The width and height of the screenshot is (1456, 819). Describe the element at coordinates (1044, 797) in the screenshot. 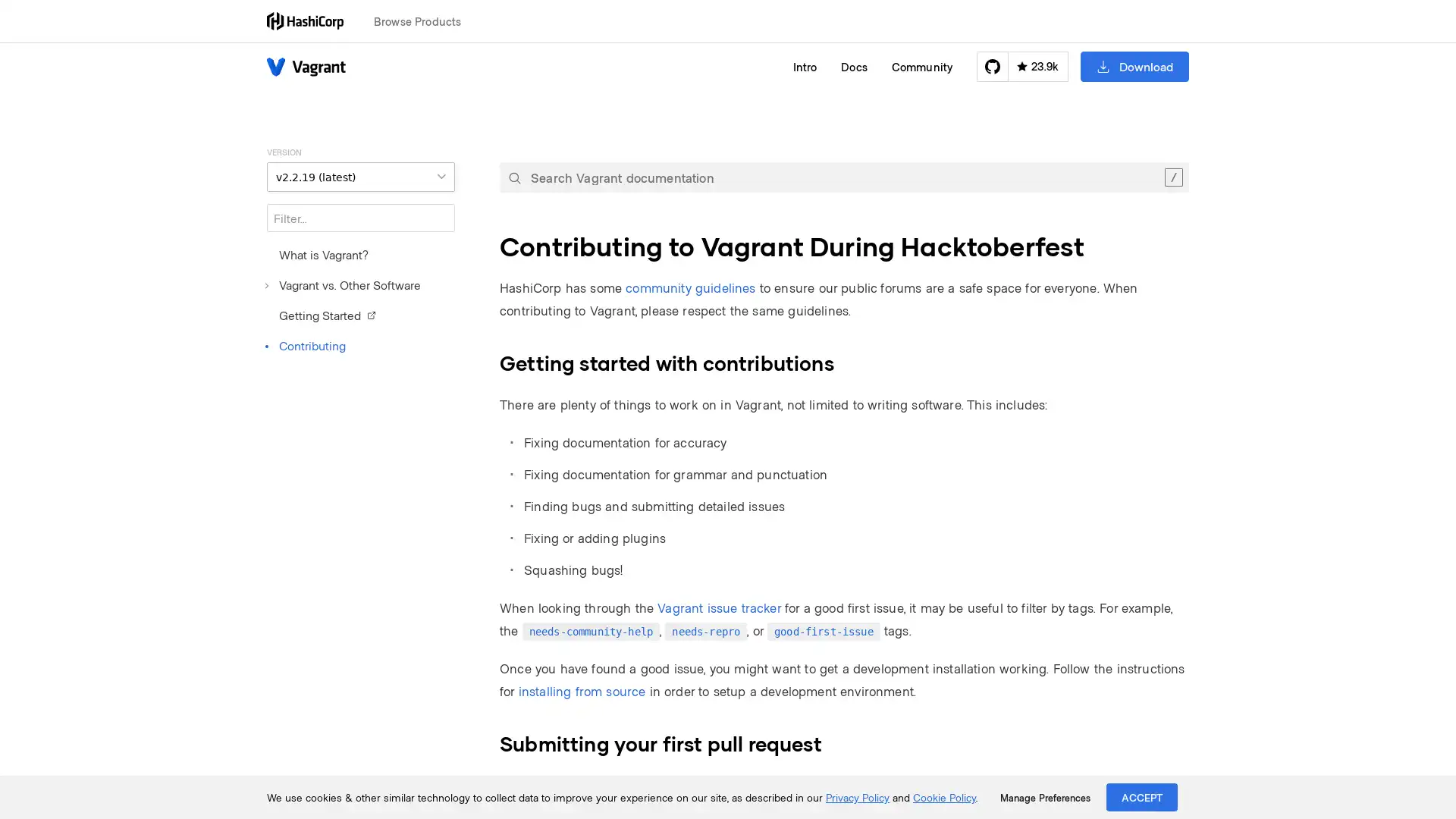

I see `Manage Preferences` at that location.